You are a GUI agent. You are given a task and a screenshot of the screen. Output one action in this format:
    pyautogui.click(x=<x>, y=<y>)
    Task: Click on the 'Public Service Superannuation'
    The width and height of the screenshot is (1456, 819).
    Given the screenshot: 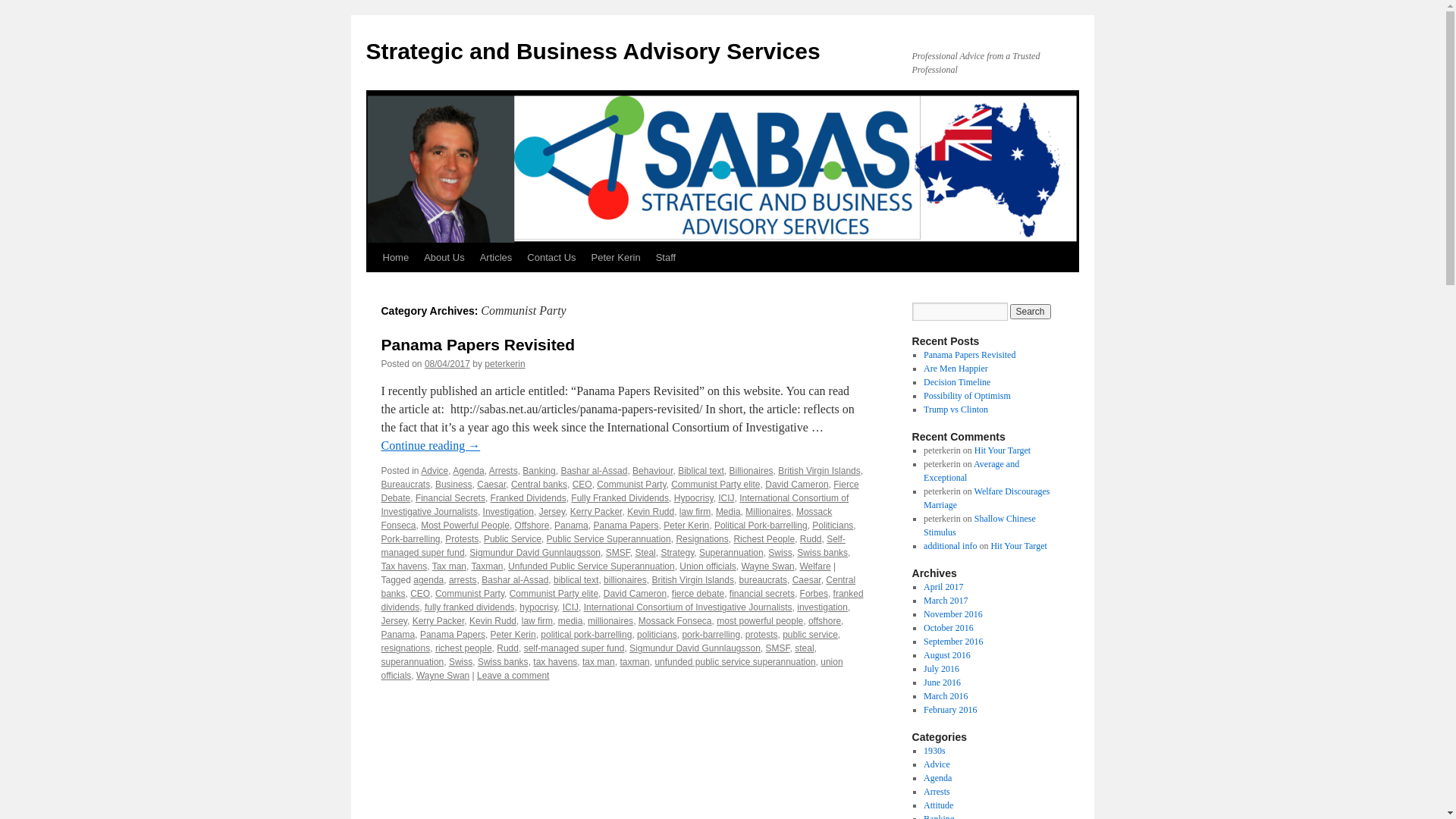 What is the action you would take?
    pyautogui.click(x=608, y=538)
    